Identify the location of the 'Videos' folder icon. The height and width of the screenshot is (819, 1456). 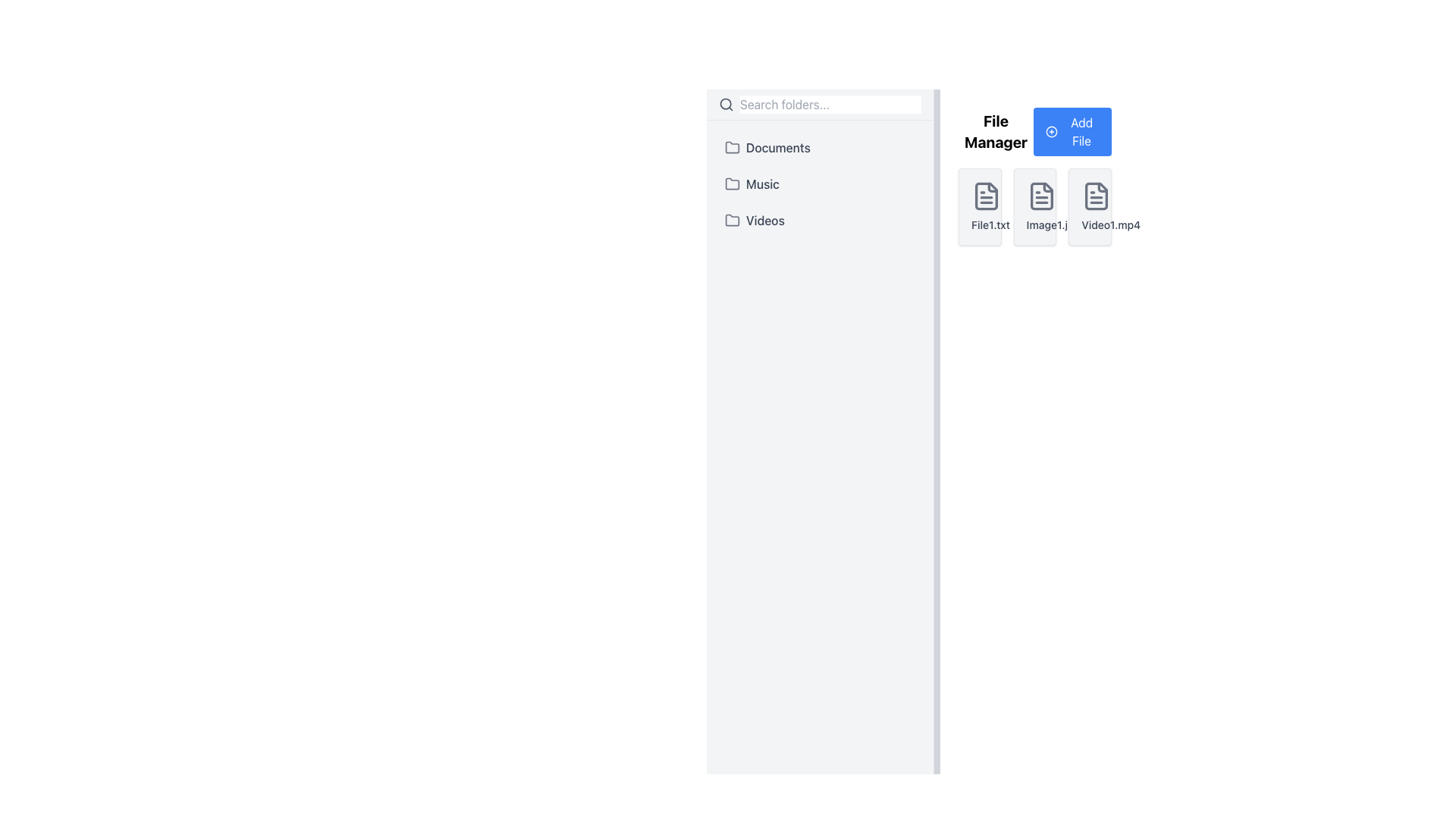
(732, 219).